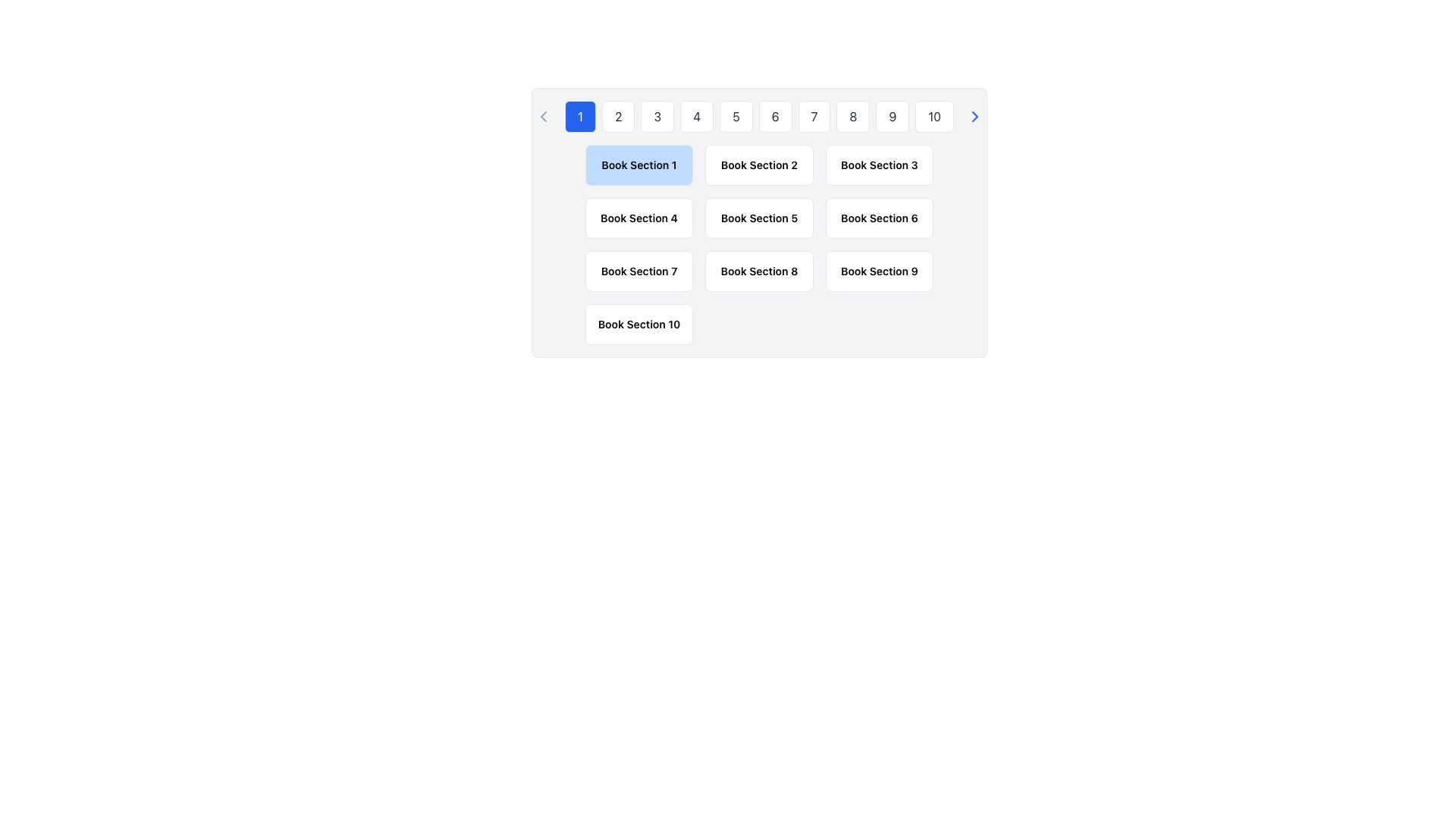 Image resolution: width=1456 pixels, height=819 pixels. Describe the element at coordinates (579, 116) in the screenshot. I see `the first button labeled '1' with a blue background` at that location.